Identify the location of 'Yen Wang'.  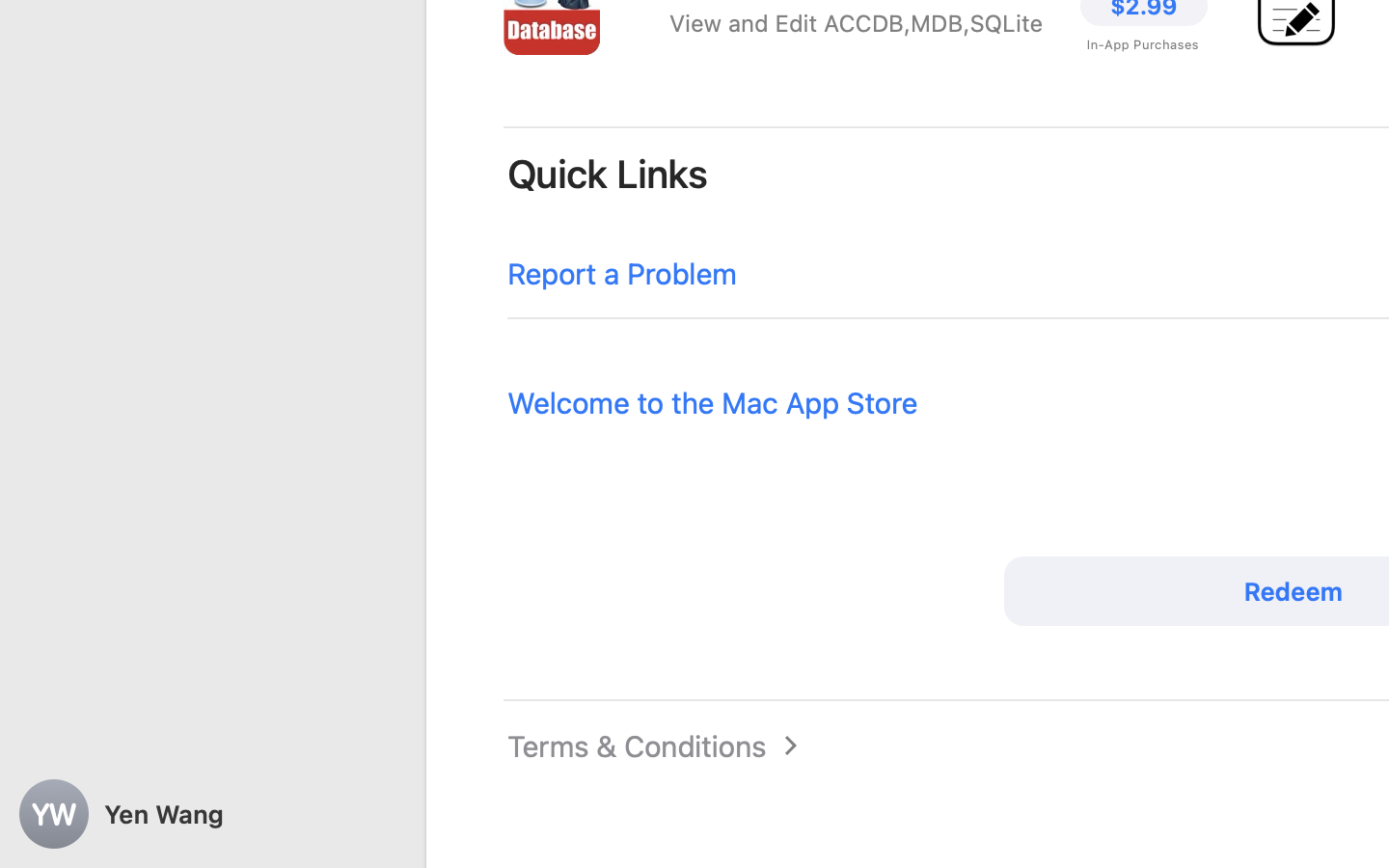
(212, 814).